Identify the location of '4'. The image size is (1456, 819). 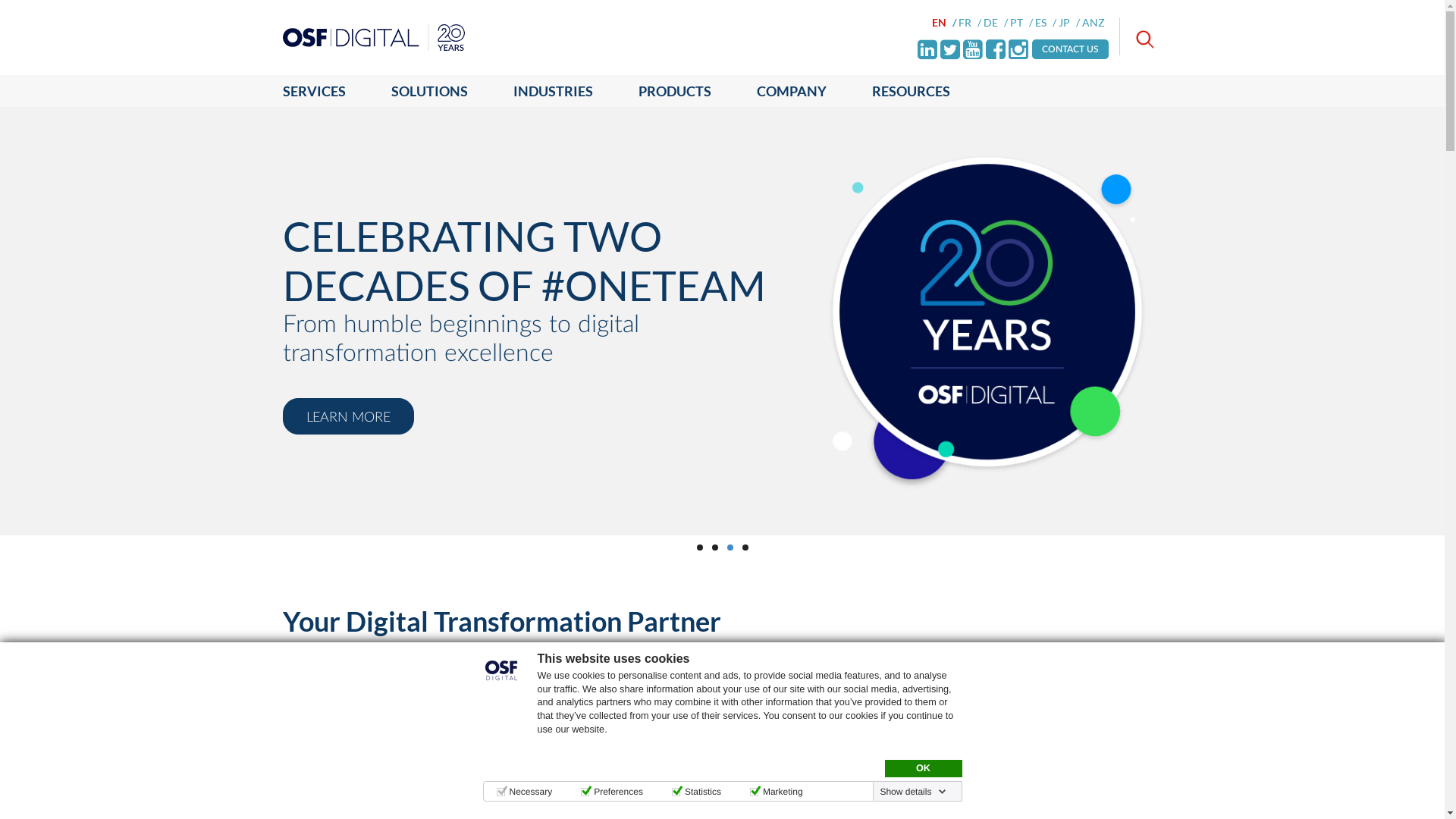
(745, 547).